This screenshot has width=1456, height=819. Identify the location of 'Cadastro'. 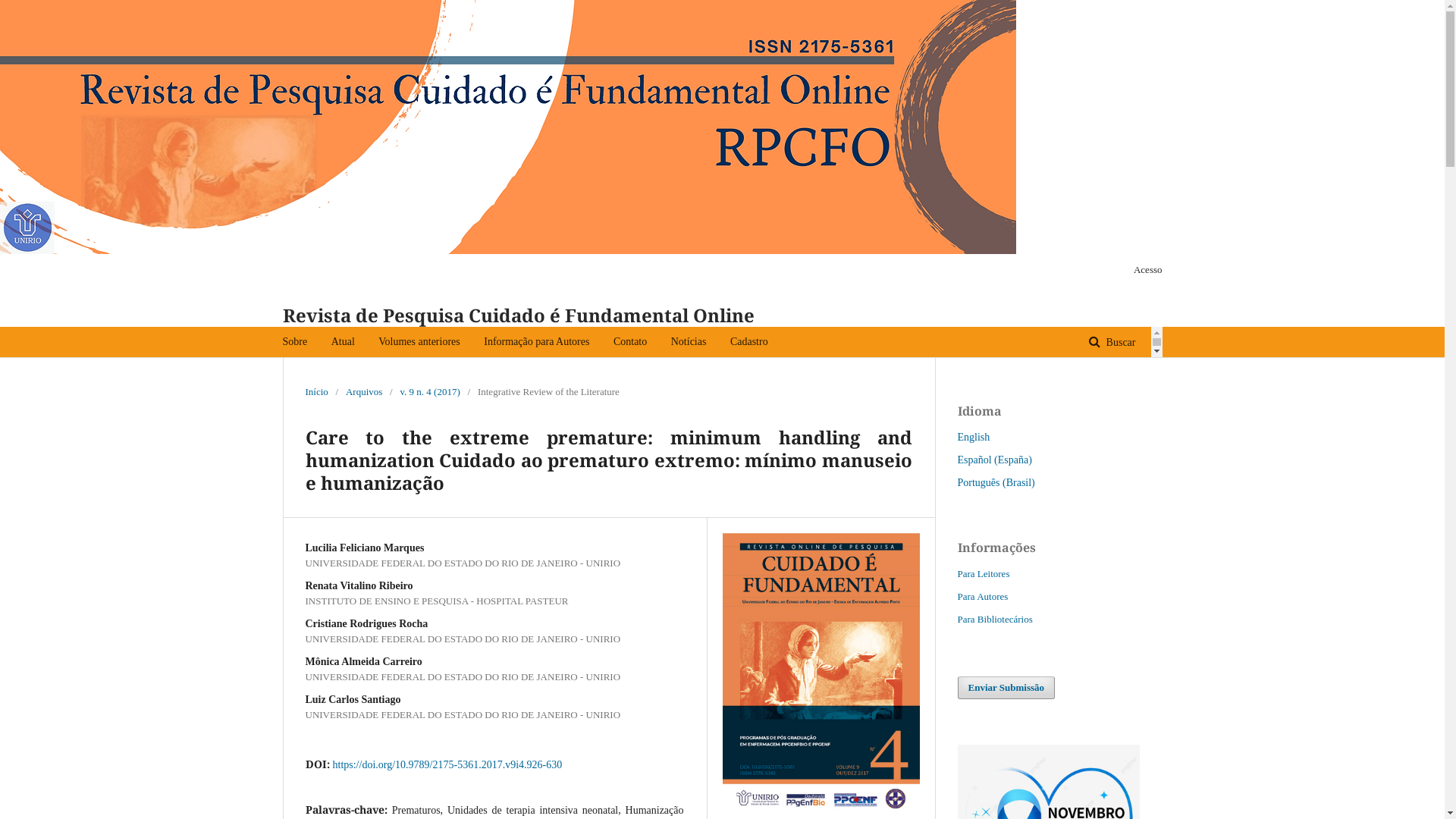
(749, 342).